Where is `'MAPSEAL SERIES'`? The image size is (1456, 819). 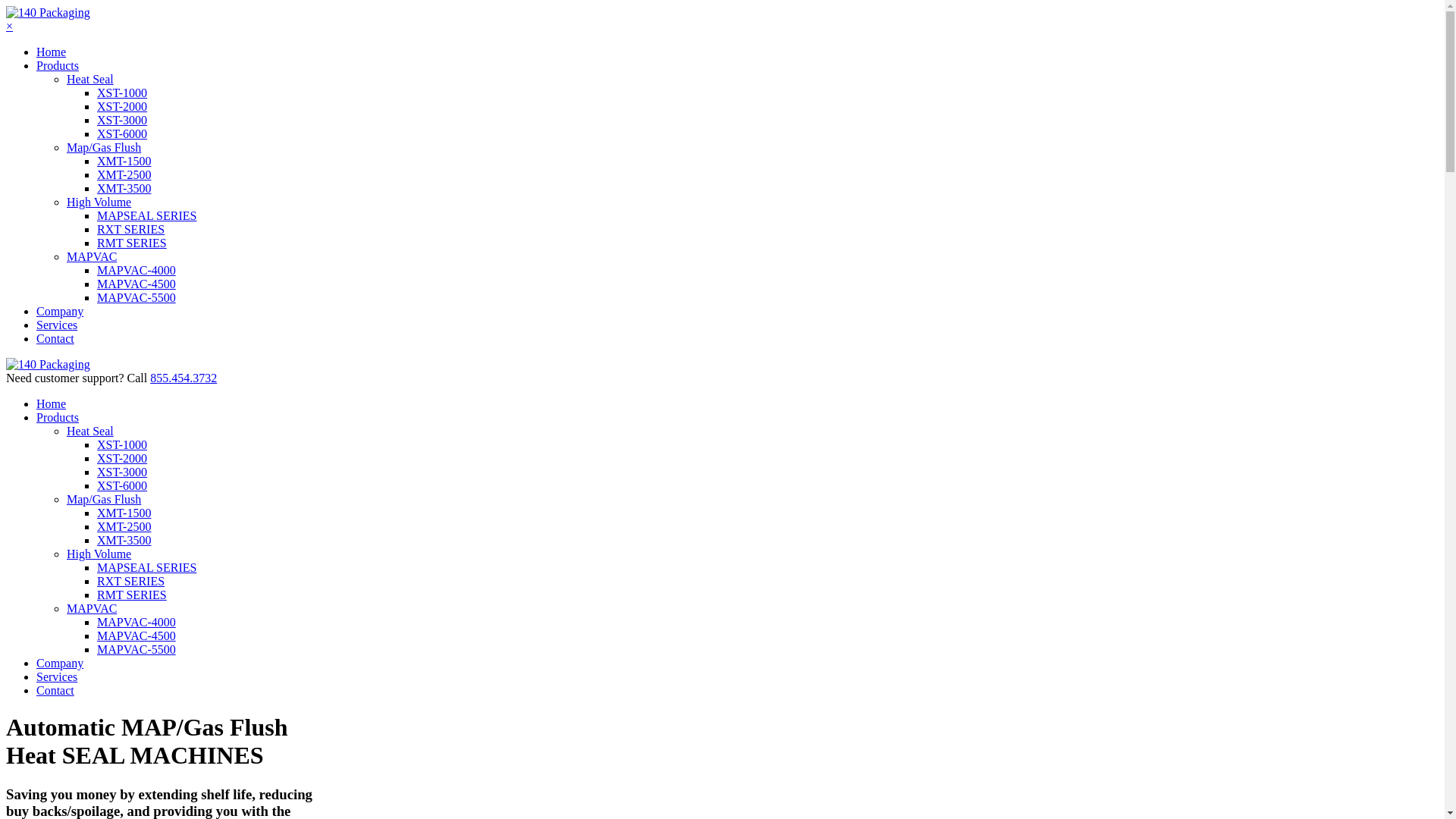 'MAPSEAL SERIES' is located at coordinates (96, 215).